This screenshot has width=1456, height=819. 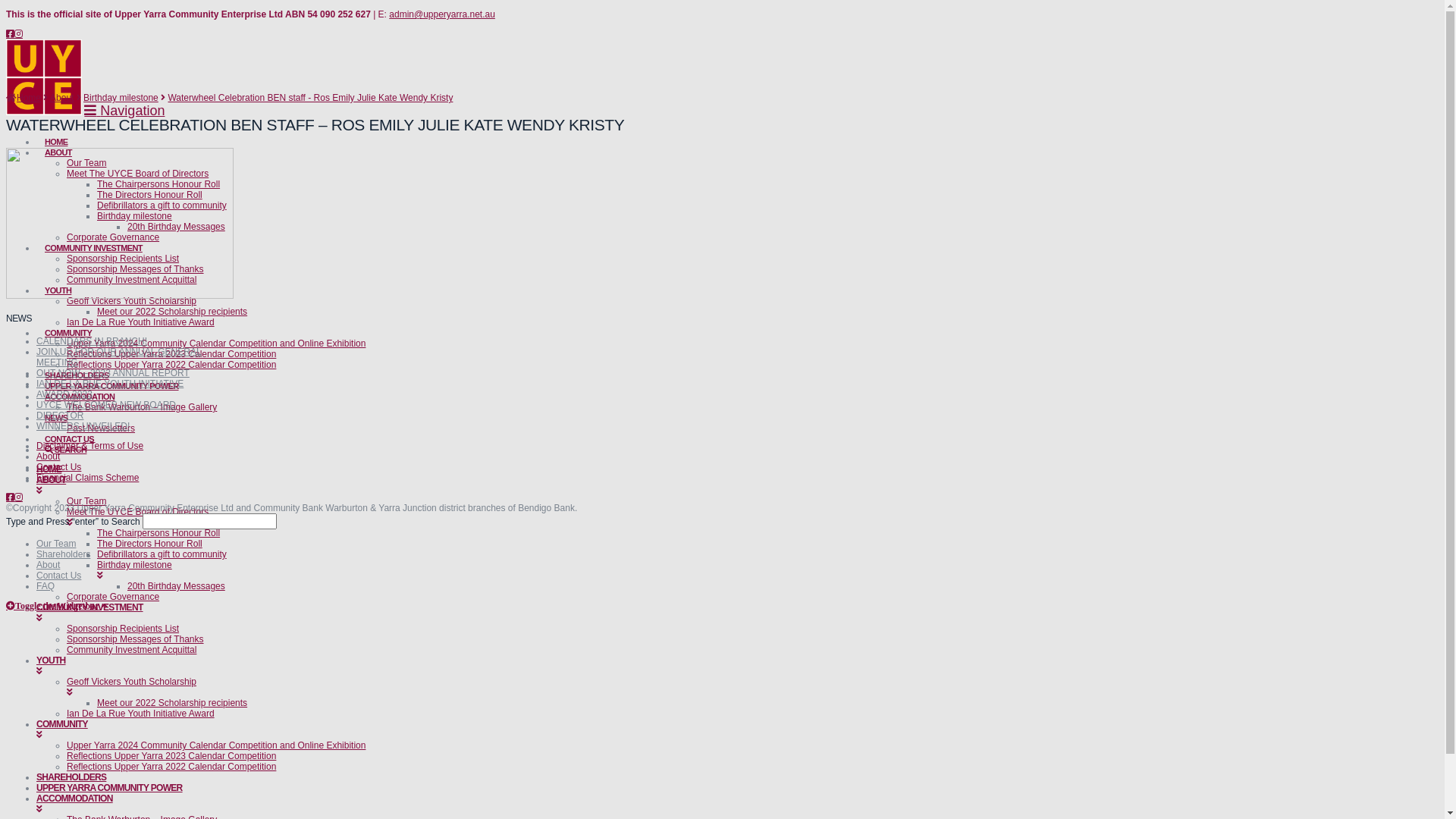 What do you see at coordinates (10, 34) in the screenshot?
I see `'Facebook'` at bounding box center [10, 34].